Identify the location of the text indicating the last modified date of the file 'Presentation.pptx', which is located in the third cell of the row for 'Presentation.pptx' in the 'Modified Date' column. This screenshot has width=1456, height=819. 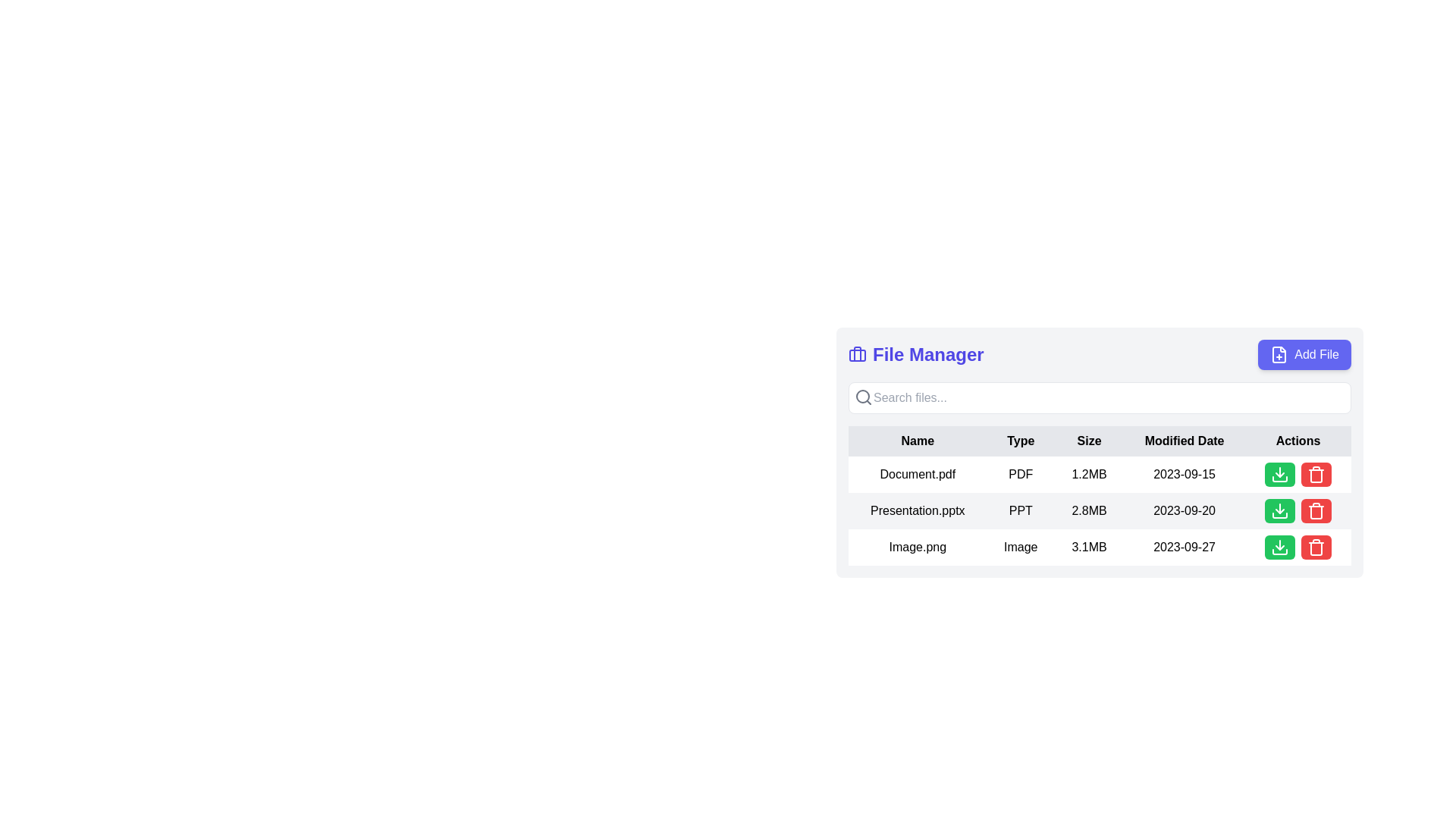
(1184, 511).